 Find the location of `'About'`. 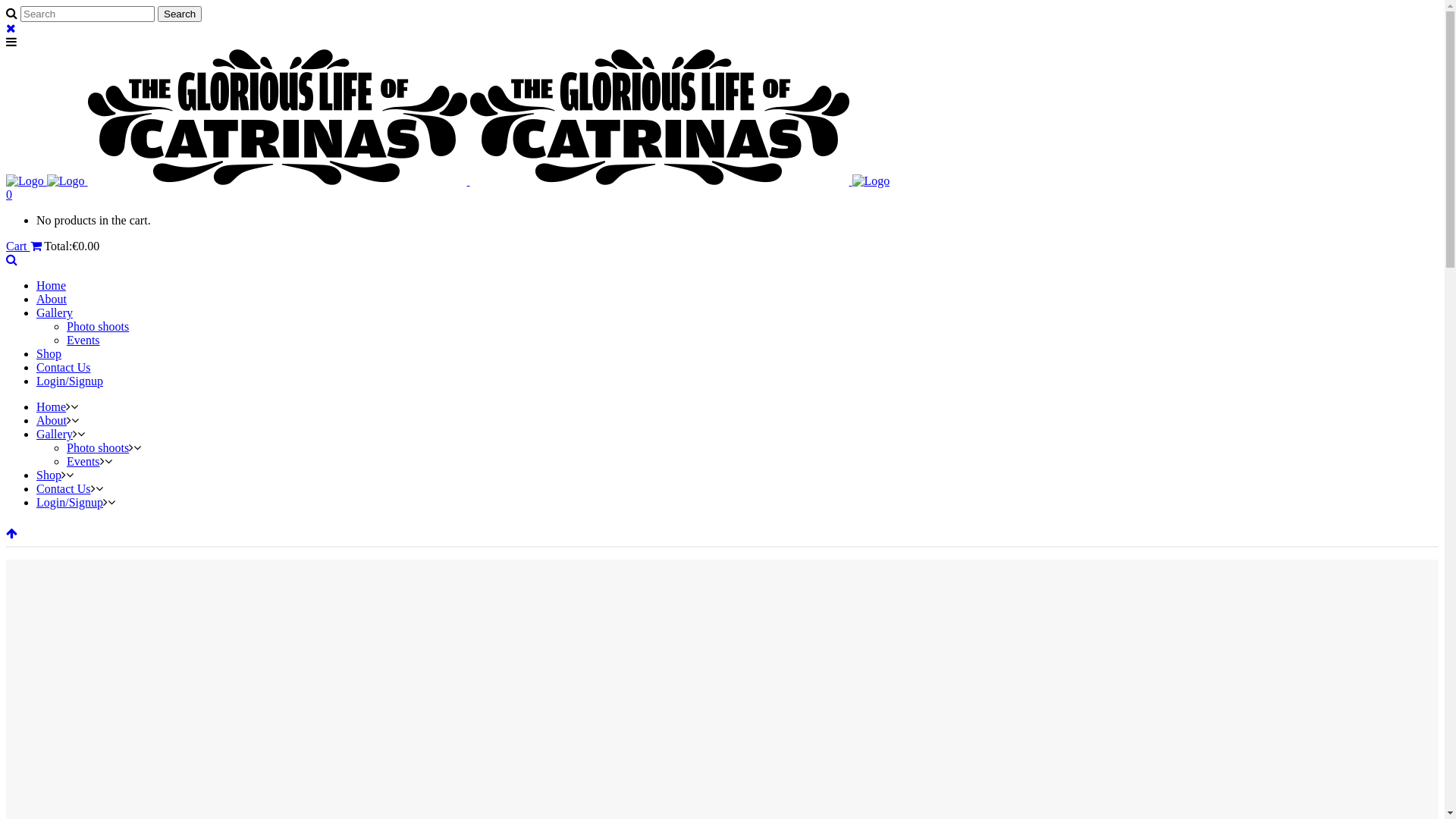

'About' is located at coordinates (51, 299).